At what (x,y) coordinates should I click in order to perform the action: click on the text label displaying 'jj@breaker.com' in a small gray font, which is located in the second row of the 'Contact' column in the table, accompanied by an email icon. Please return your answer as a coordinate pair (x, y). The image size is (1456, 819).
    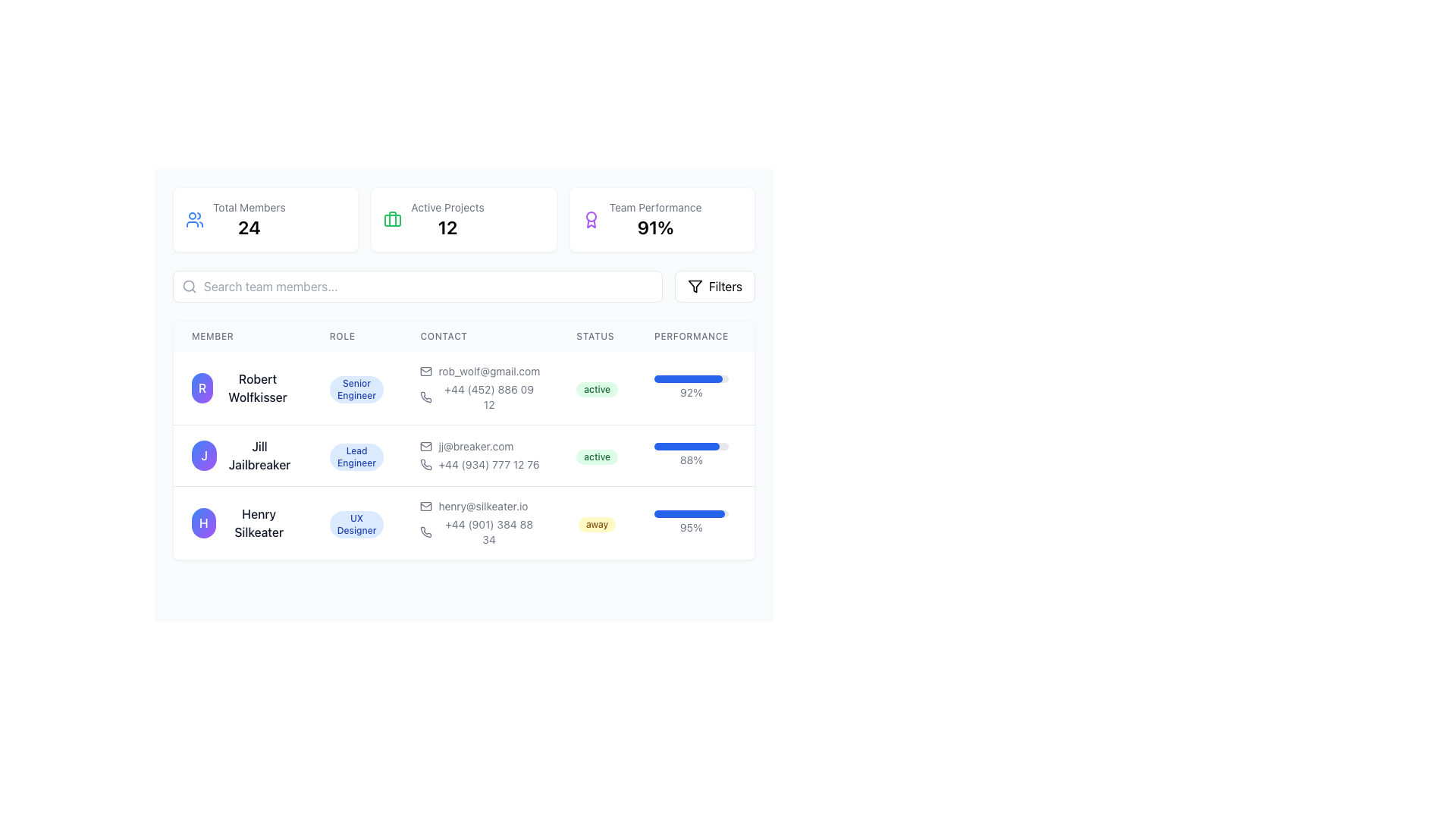
    Looking at the image, I should click on (479, 446).